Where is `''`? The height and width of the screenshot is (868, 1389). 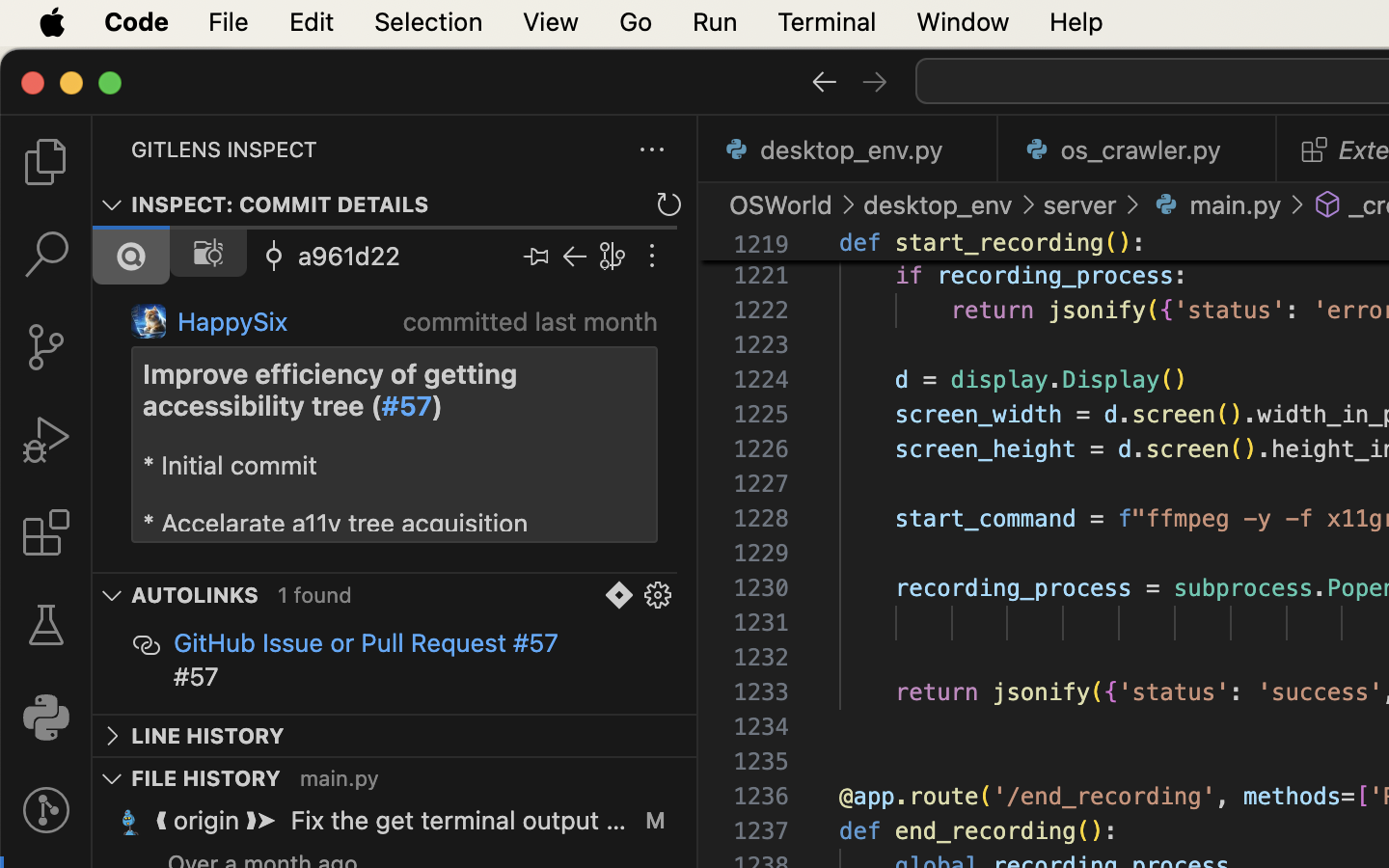
'' is located at coordinates (657, 596).